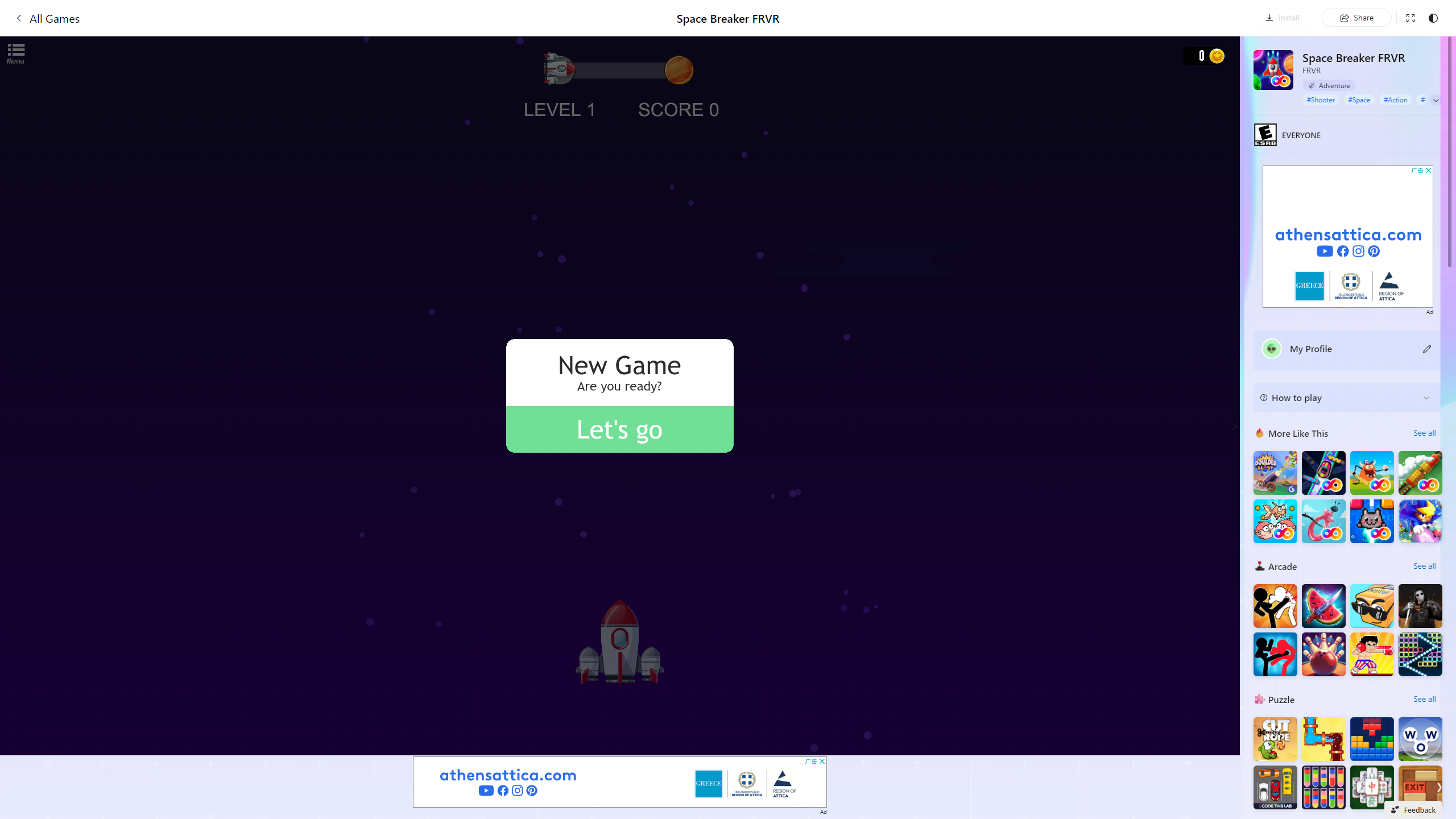 Image resolution: width=1456 pixels, height=819 pixels. What do you see at coordinates (1282, 17) in the screenshot?
I see `'Install'` at bounding box center [1282, 17].